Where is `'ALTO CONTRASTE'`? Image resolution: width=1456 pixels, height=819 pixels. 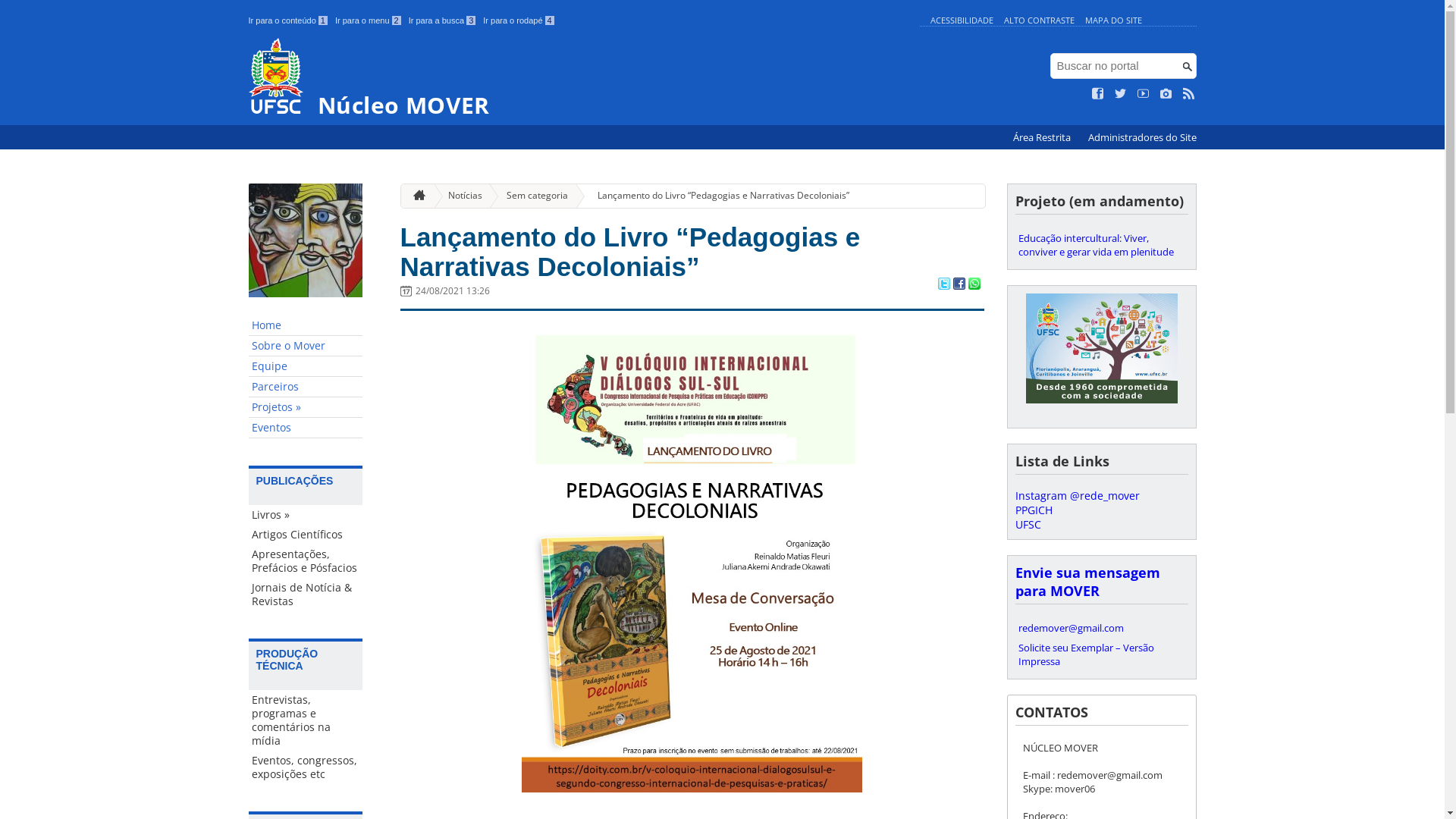 'ALTO CONTRASTE' is located at coordinates (1038, 20).